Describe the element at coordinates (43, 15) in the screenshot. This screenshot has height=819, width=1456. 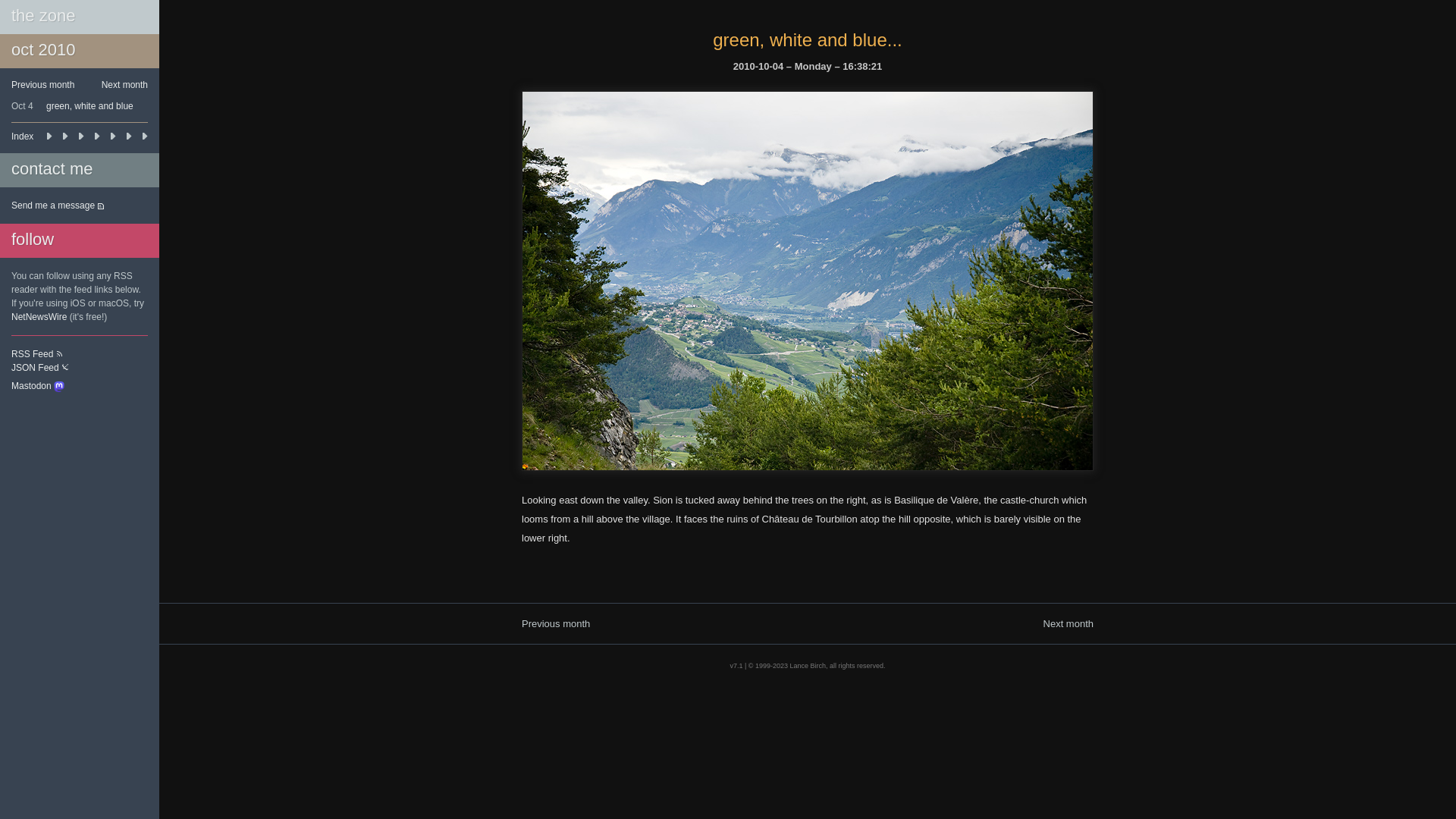
I see `'the zone'` at that location.